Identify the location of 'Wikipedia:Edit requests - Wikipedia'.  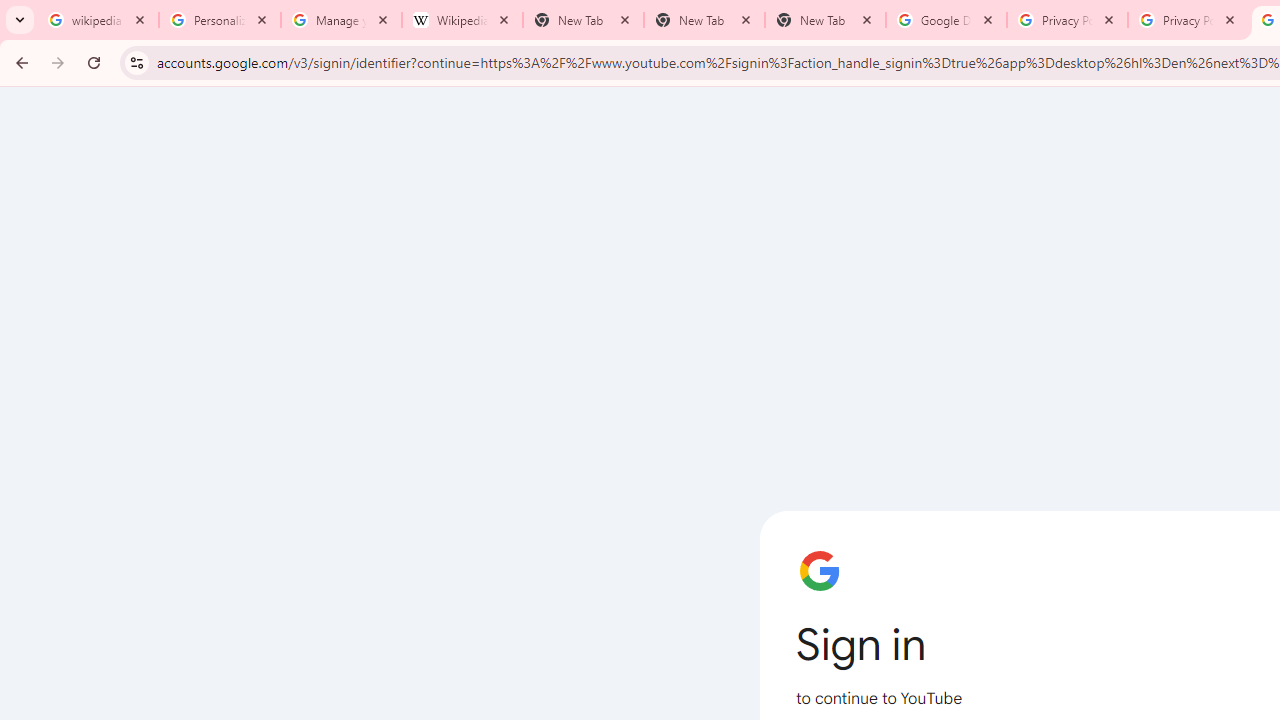
(461, 20).